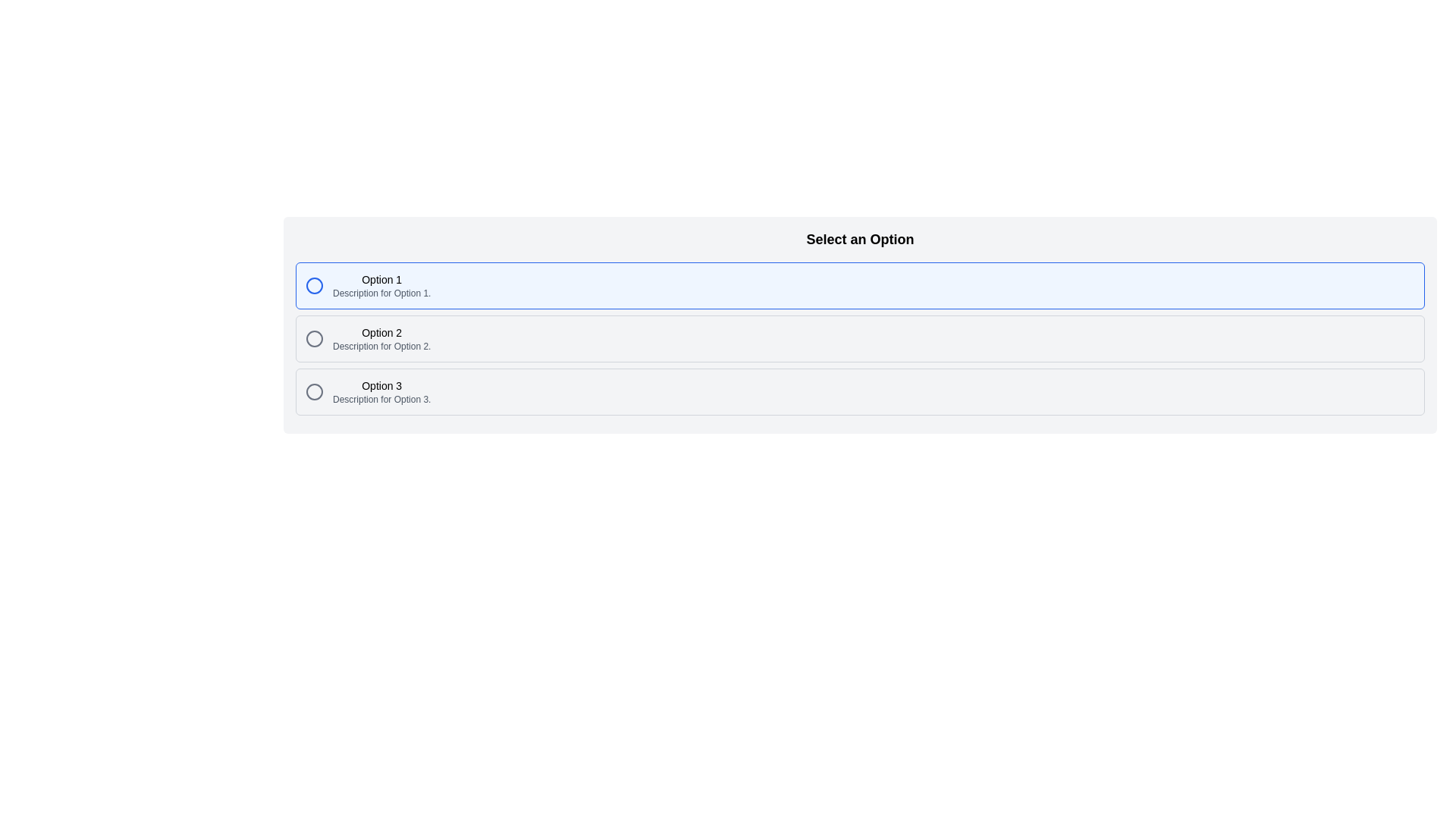 This screenshot has height=819, width=1456. What do you see at coordinates (381, 346) in the screenshot?
I see `the static text reading 'Description for Option 2.' located under the 'Option 2' entry in the selectable options list` at bounding box center [381, 346].